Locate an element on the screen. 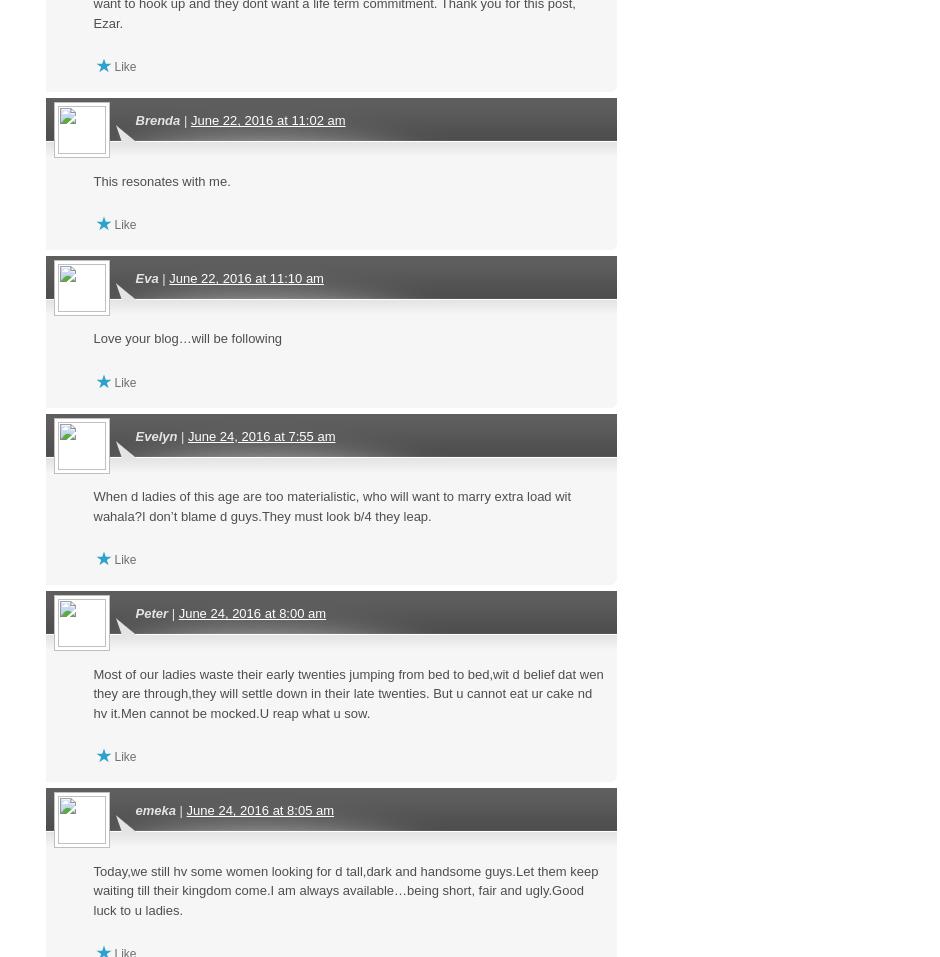 Image resolution: width=940 pixels, height=957 pixels. 'Brenda' is located at coordinates (133, 120).